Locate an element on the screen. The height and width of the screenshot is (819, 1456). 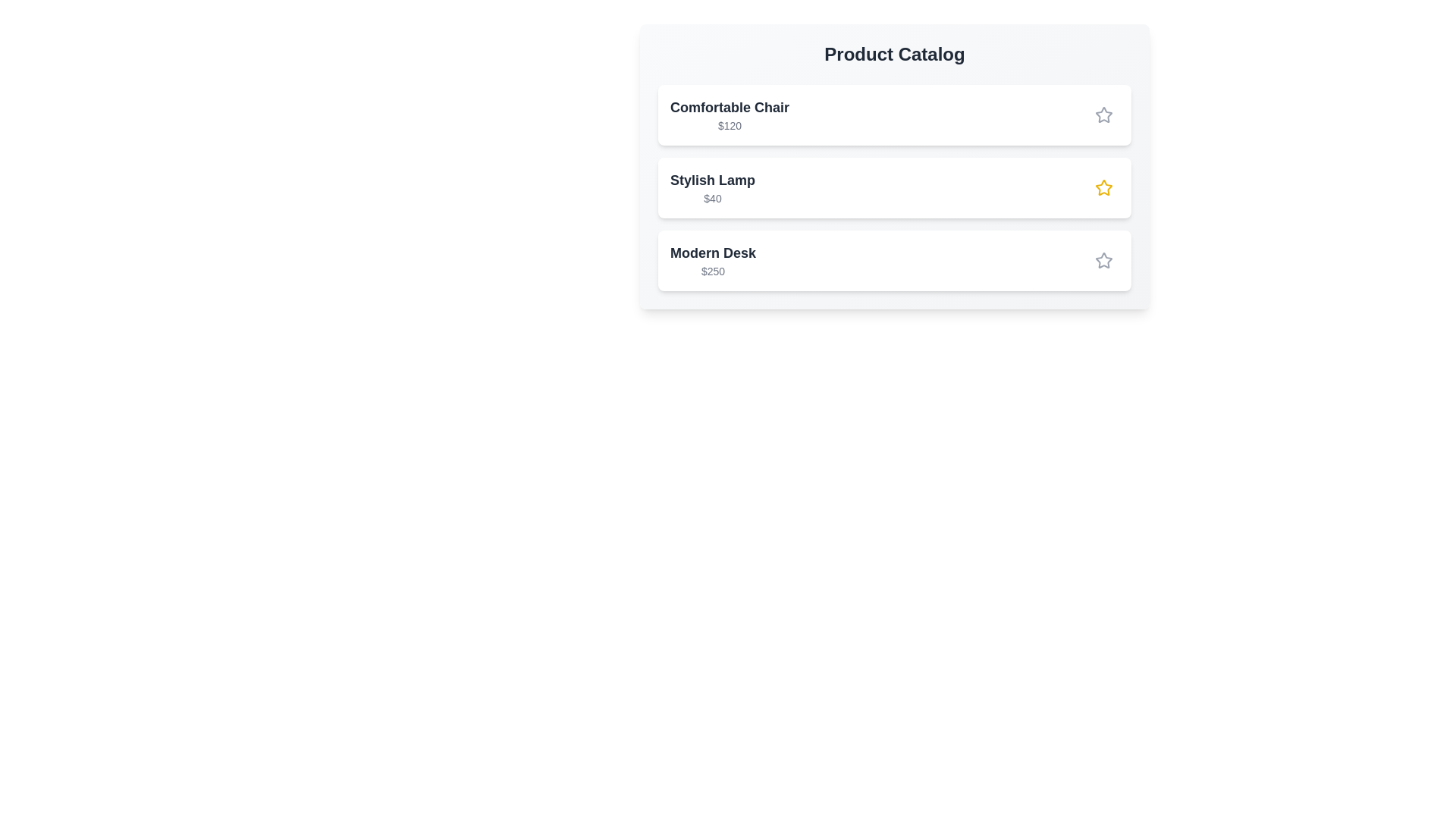
the product Comfortable Chair in the catalog for inspection is located at coordinates (895, 114).